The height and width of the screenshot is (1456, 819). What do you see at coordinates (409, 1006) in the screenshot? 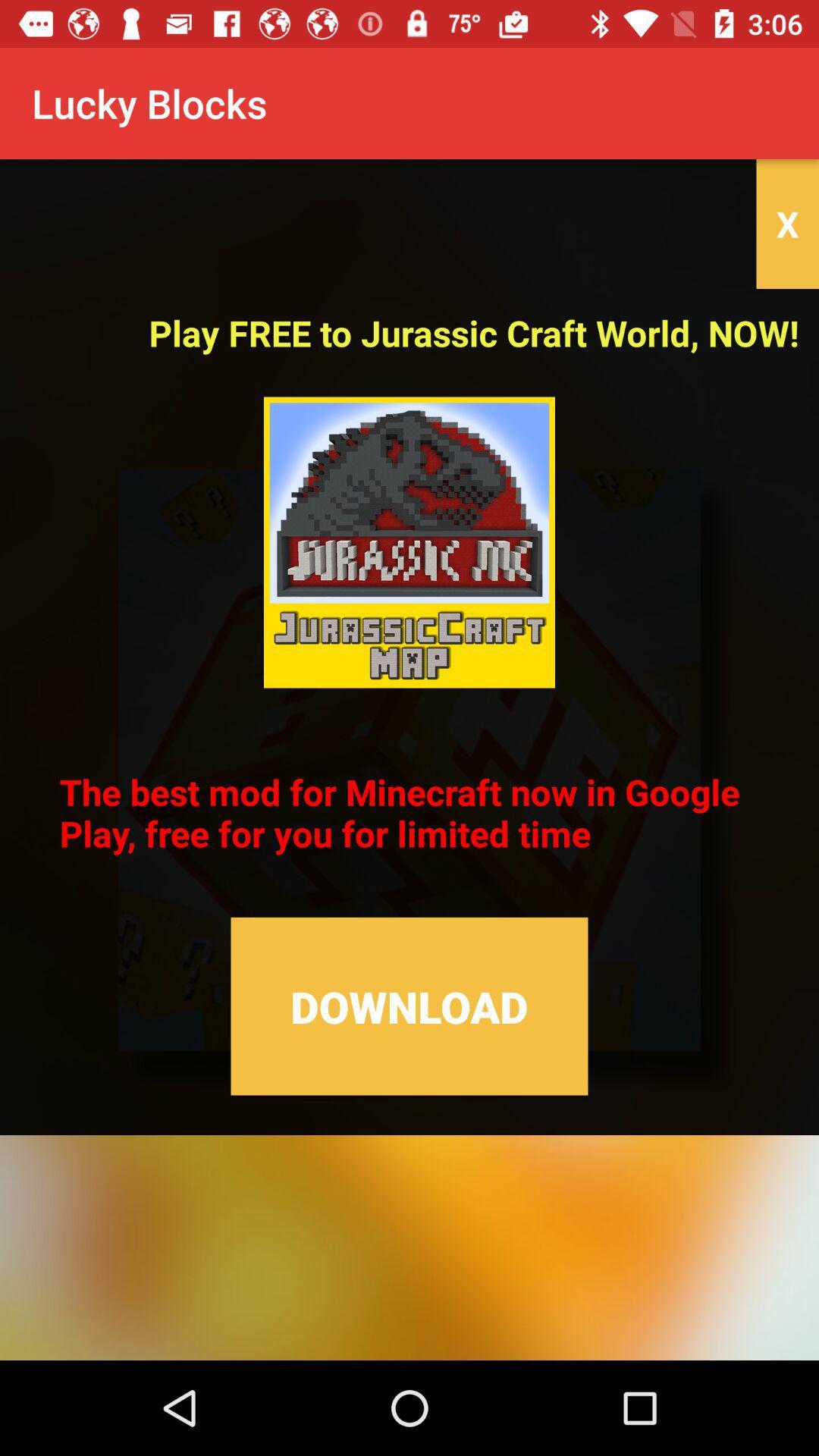
I see `the item below the the best mod icon` at bounding box center [409, 1006].